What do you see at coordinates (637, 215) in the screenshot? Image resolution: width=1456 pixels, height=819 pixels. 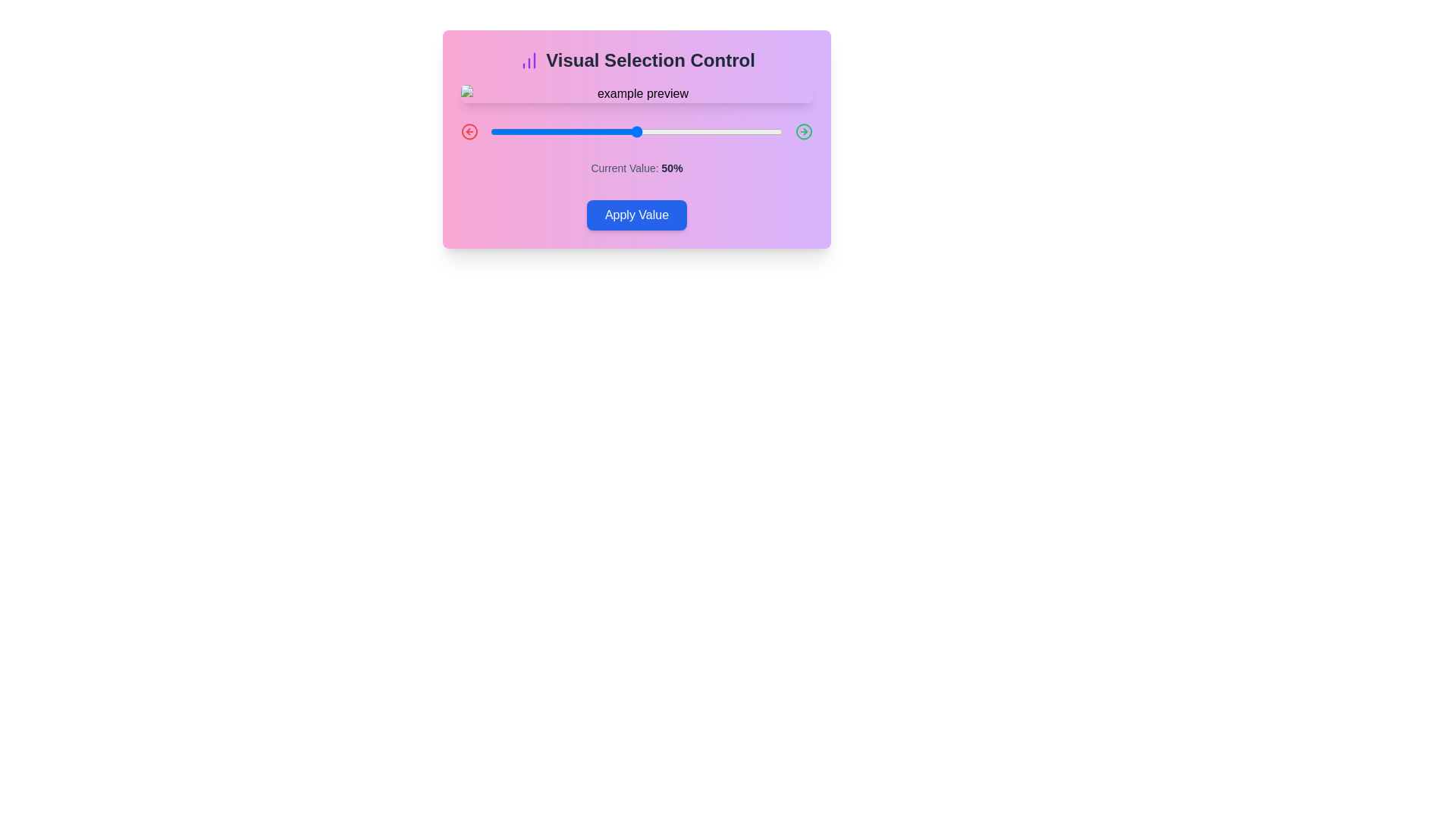 I see `'Apply Value' button` at bounding box center [637, 215].